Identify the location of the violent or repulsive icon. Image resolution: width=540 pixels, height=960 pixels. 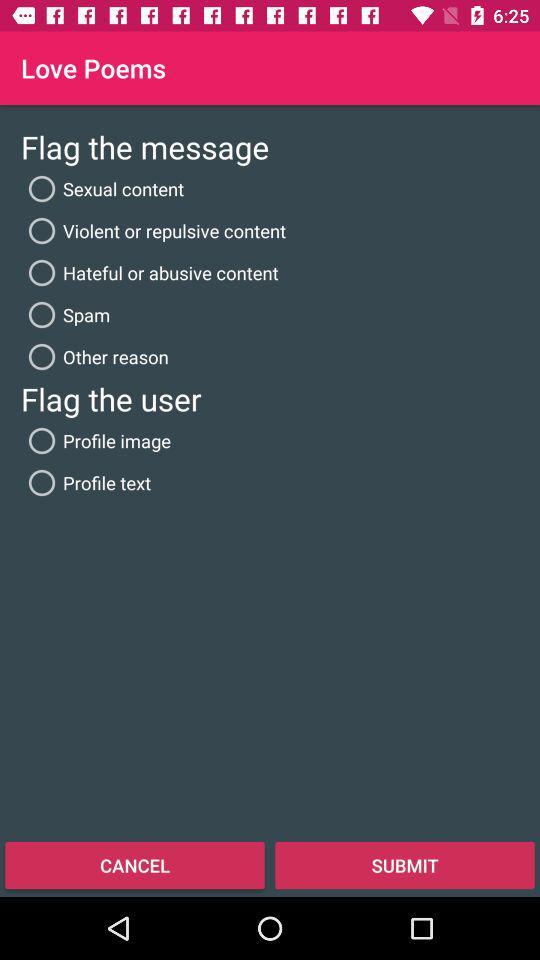
(152, 230).